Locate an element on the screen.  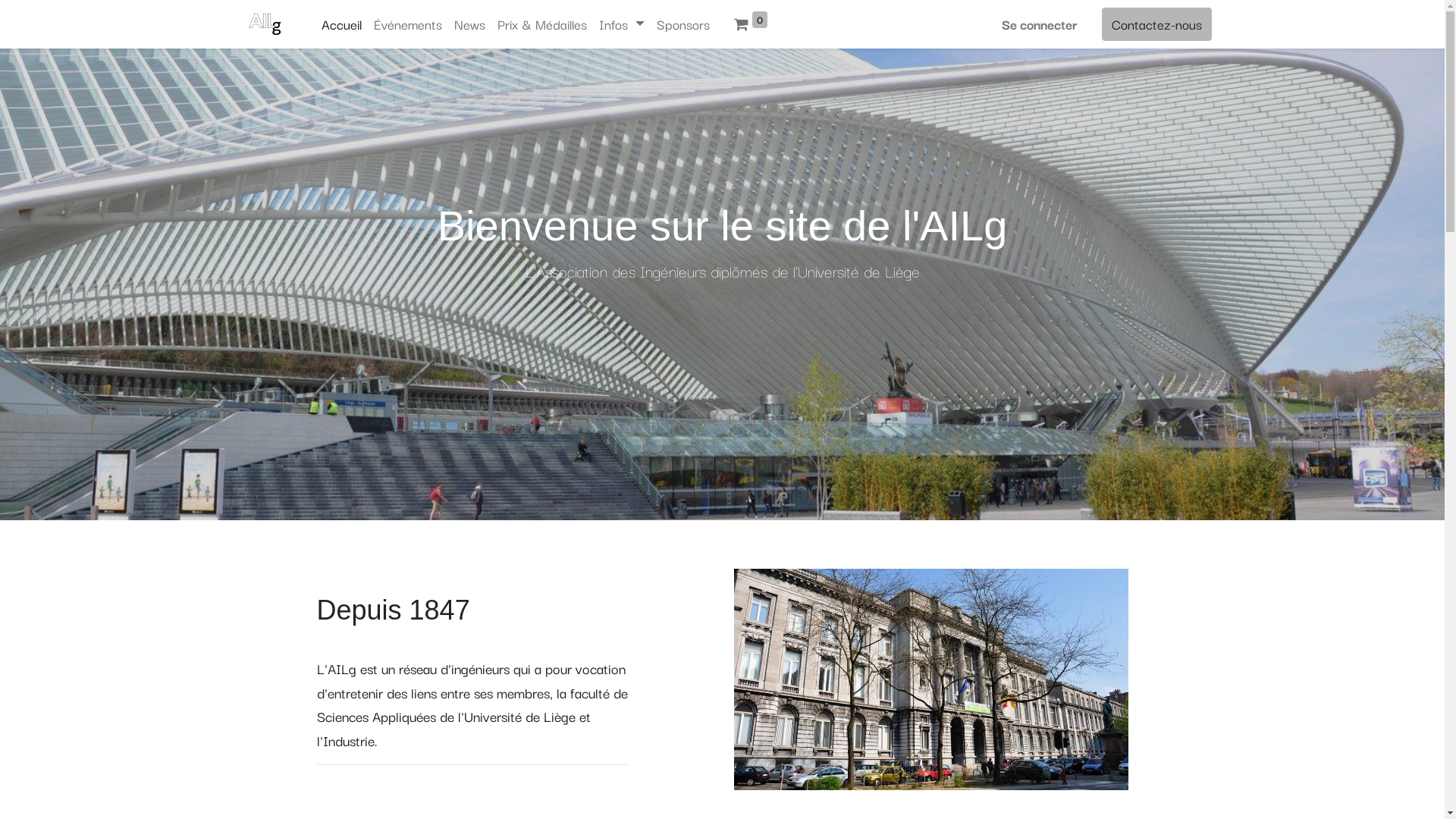
'Se connecter' is located at coordinates (1037, 24).